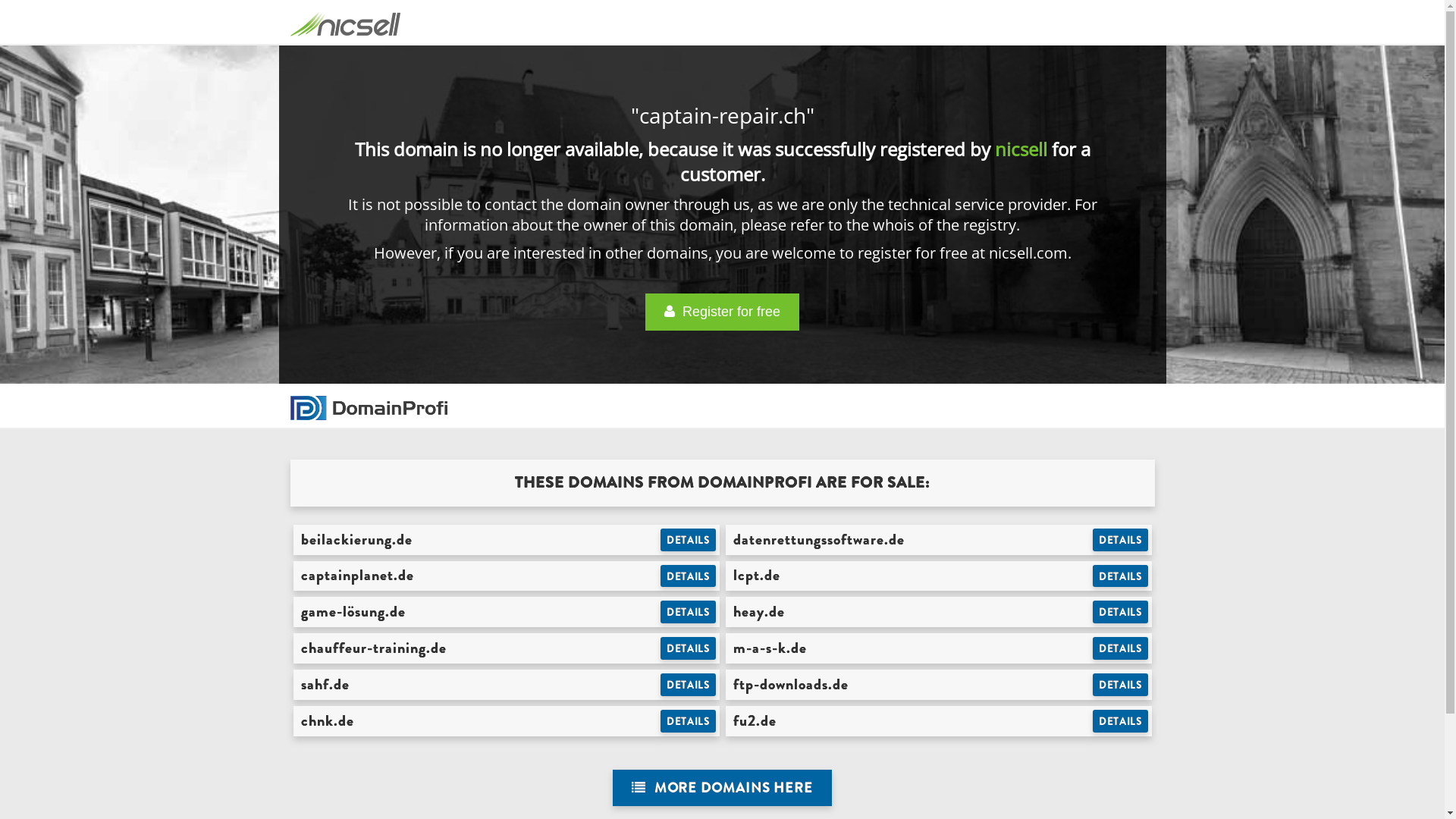  Describe the element at coordinates (1021, 149) in the screenshot. I see `'nicsell'` at that location.